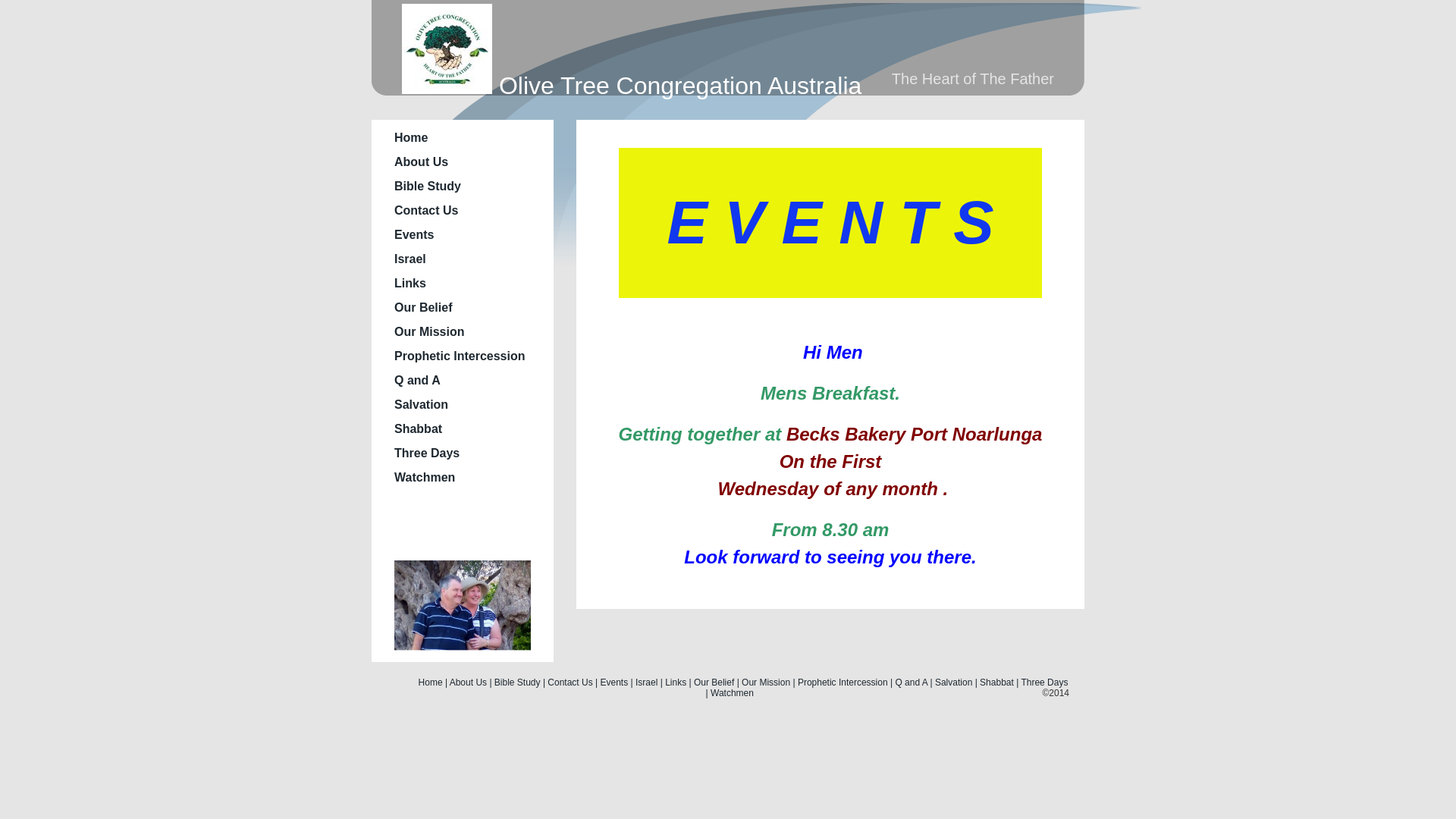 The image size is (1456, 819). What do you see at coordinates (614, 681) in the screenshot?
I see `'Events'` at bounding box center [614, 681].